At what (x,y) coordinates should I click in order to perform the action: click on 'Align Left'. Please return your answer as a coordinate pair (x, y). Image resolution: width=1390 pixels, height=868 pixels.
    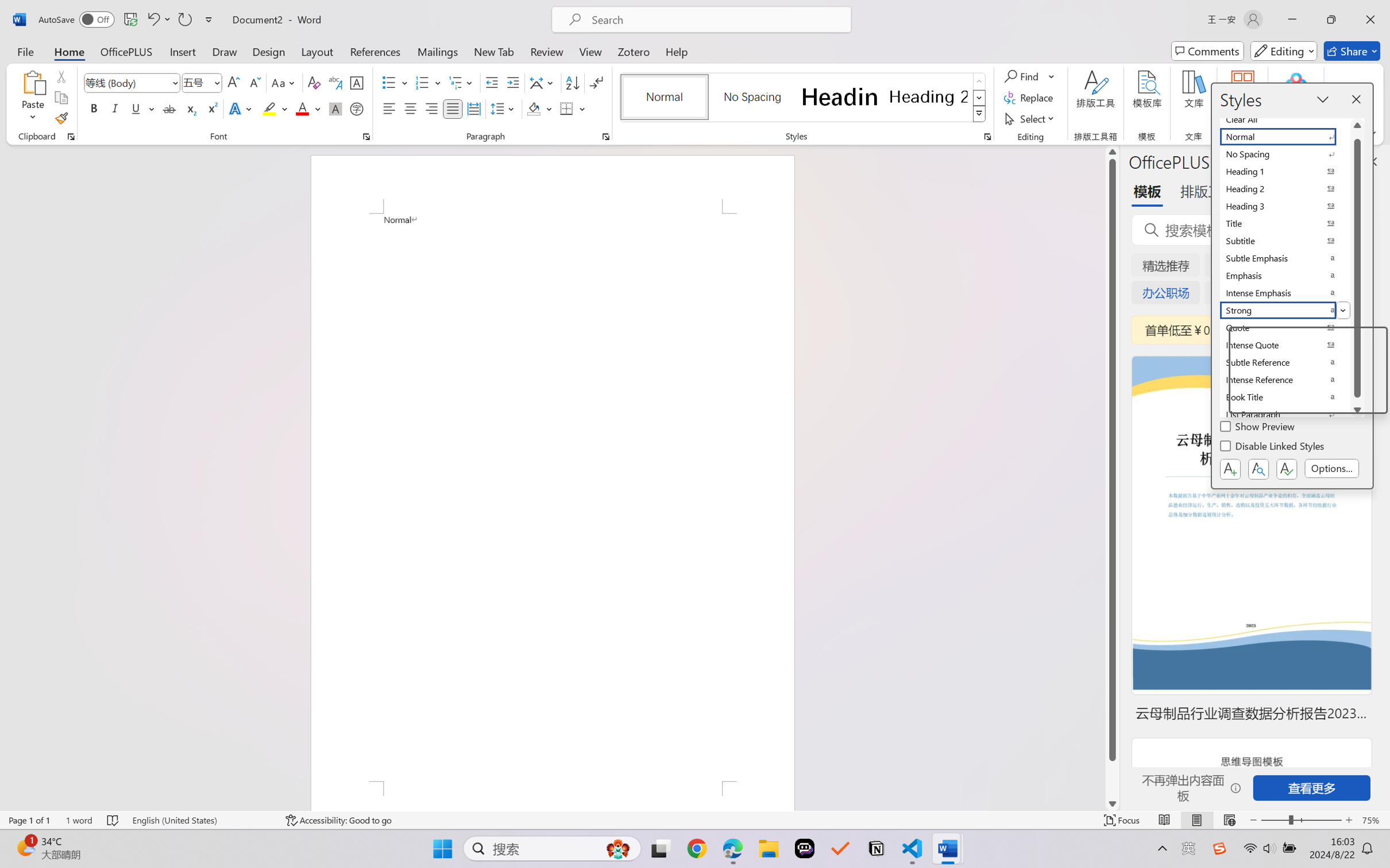
    Looking at the image, I should click on (389, 108).